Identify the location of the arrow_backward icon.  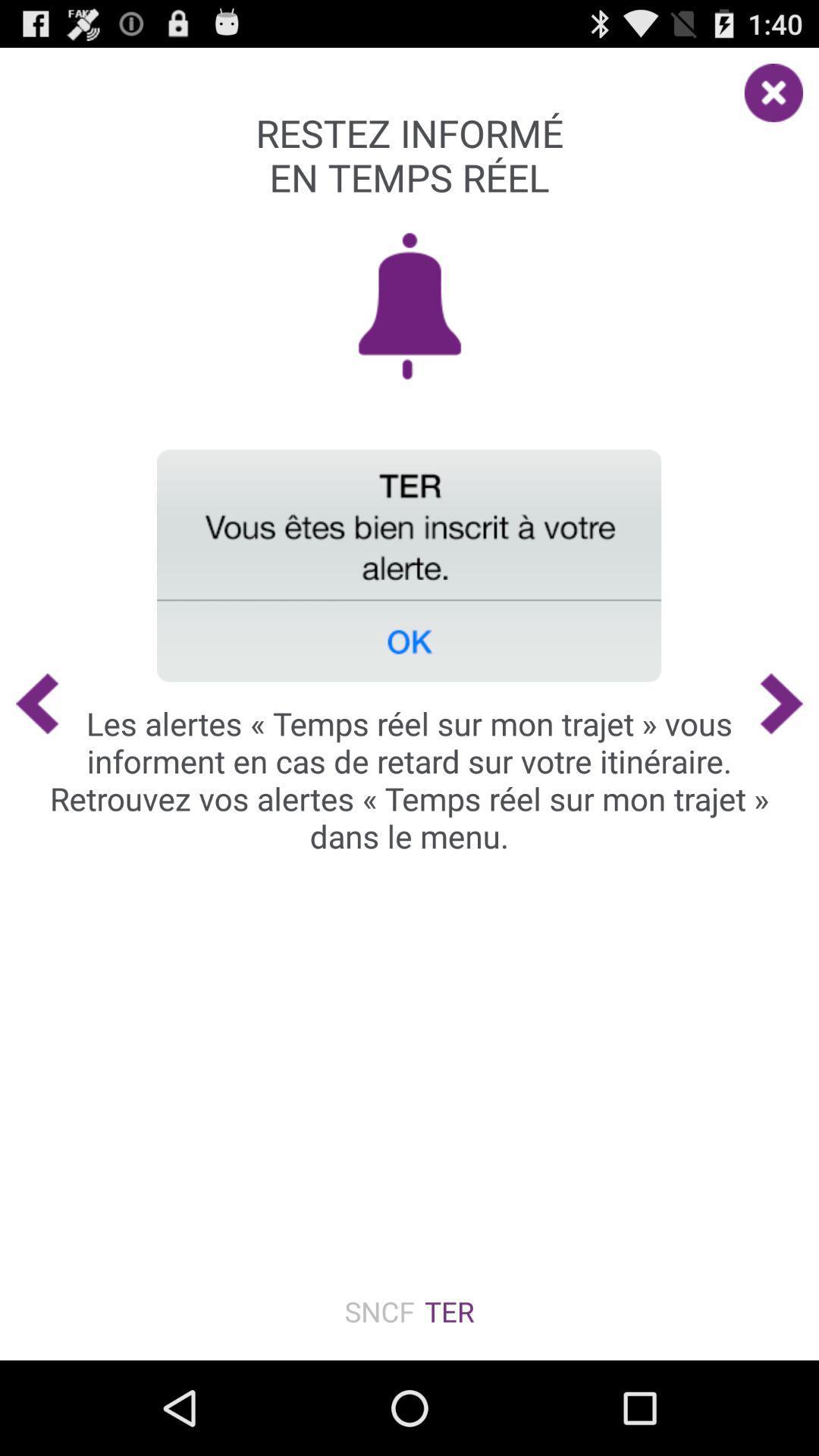
(29, 753).